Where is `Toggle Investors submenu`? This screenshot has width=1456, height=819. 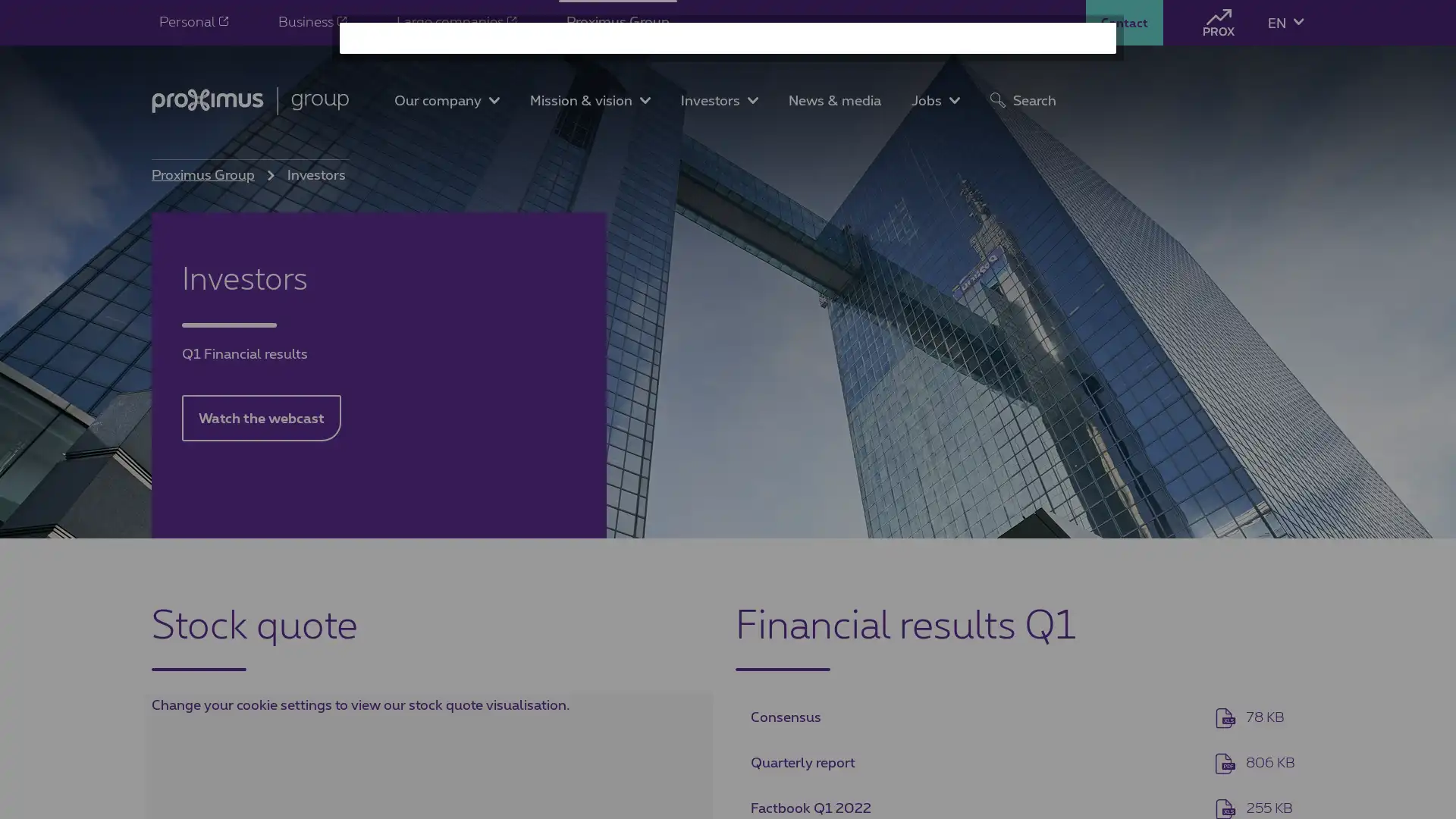 Toggle Investors submenu is located at coordinates (719, 100).